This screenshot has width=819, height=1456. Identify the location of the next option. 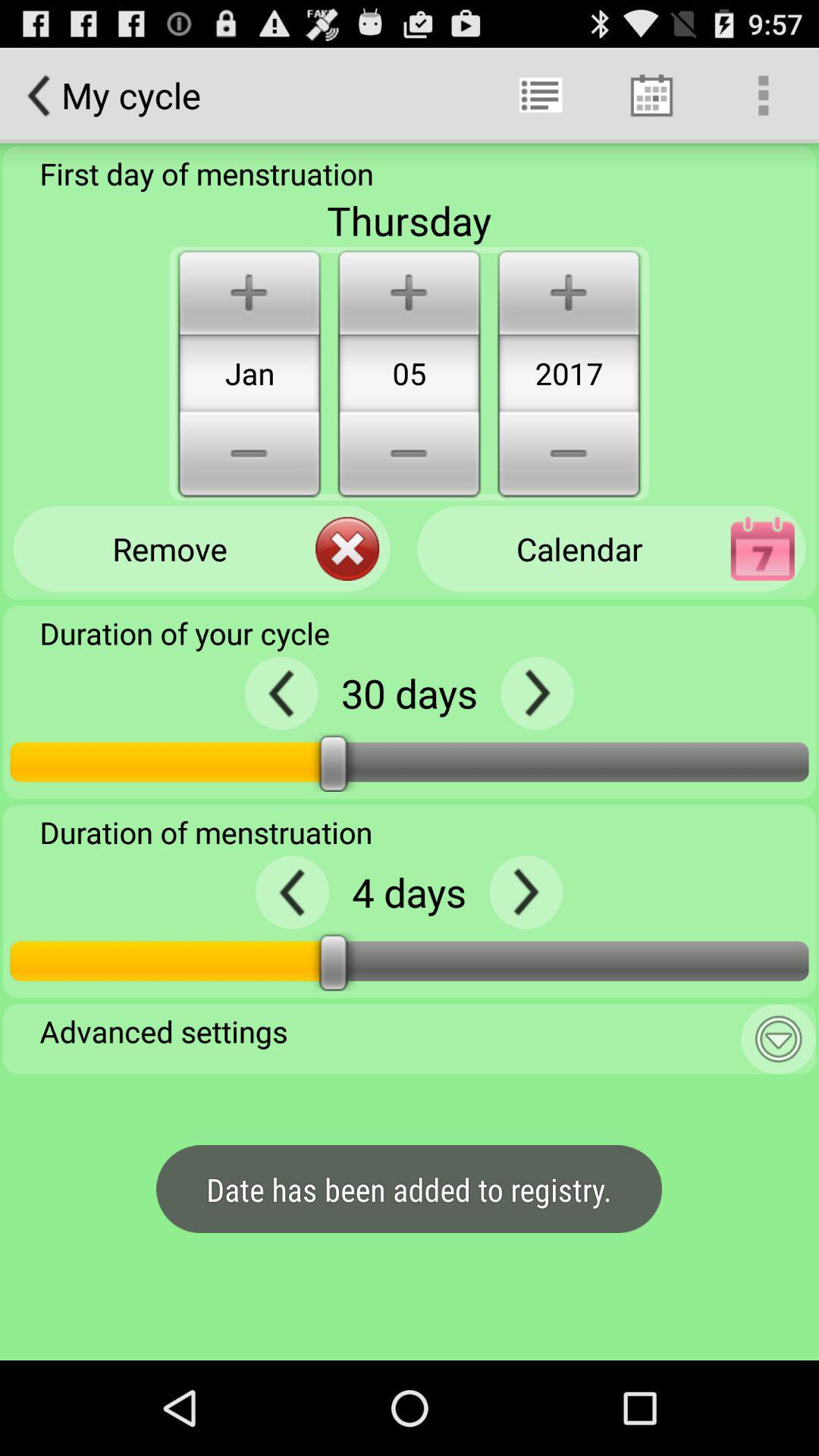
(536, 692).